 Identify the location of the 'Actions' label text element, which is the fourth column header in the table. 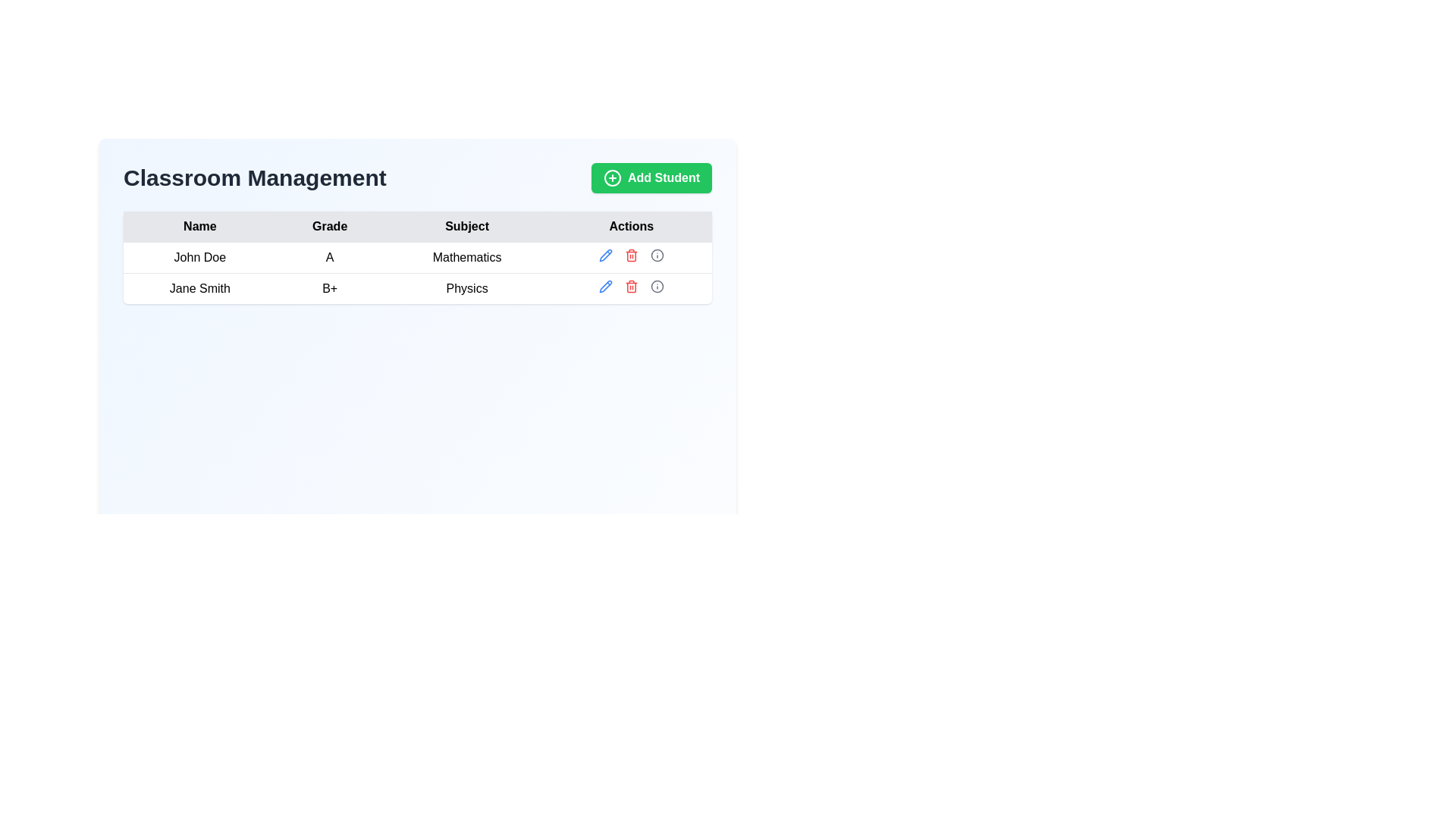
(631, 227).